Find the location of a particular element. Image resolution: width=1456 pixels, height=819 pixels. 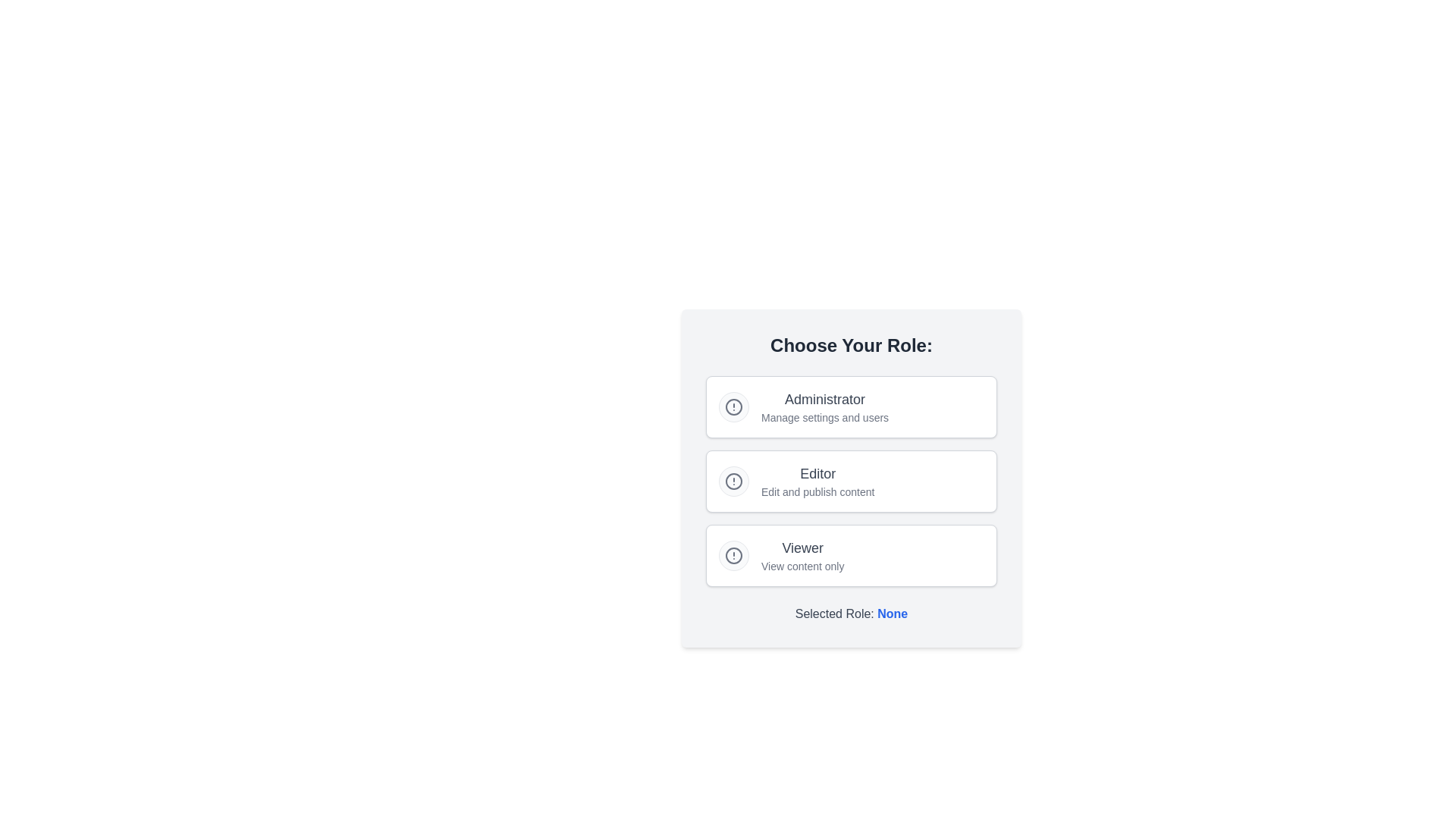

the alert icon associated with the 'Editor' role, which is located within the 'Editor' option in the list of roles, positioned to the left of the 'Edit and publish content' text is located at coordinates (734, 482).